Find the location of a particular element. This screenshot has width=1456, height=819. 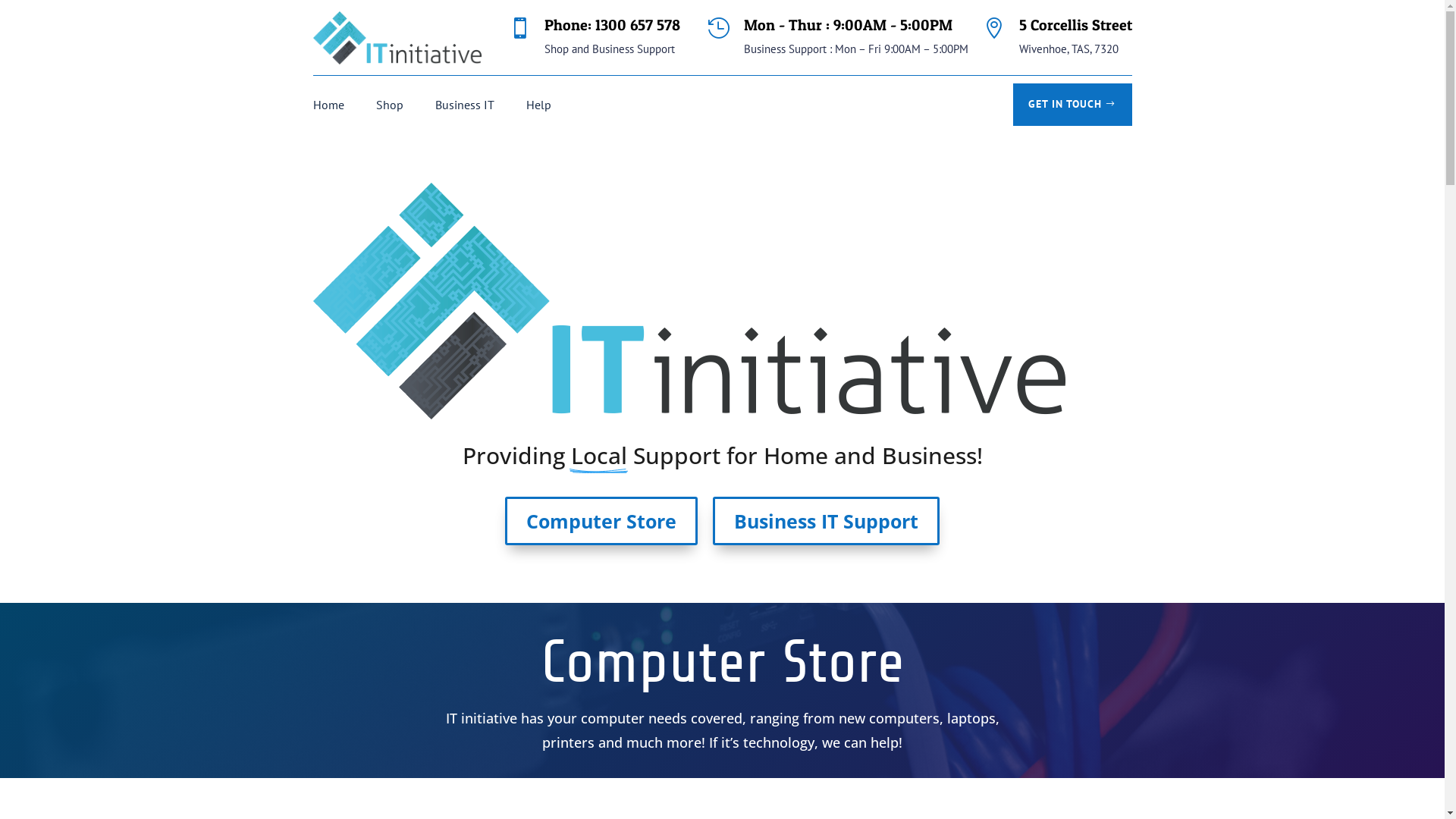

'Business IT' is located at coordinates (464, 107).